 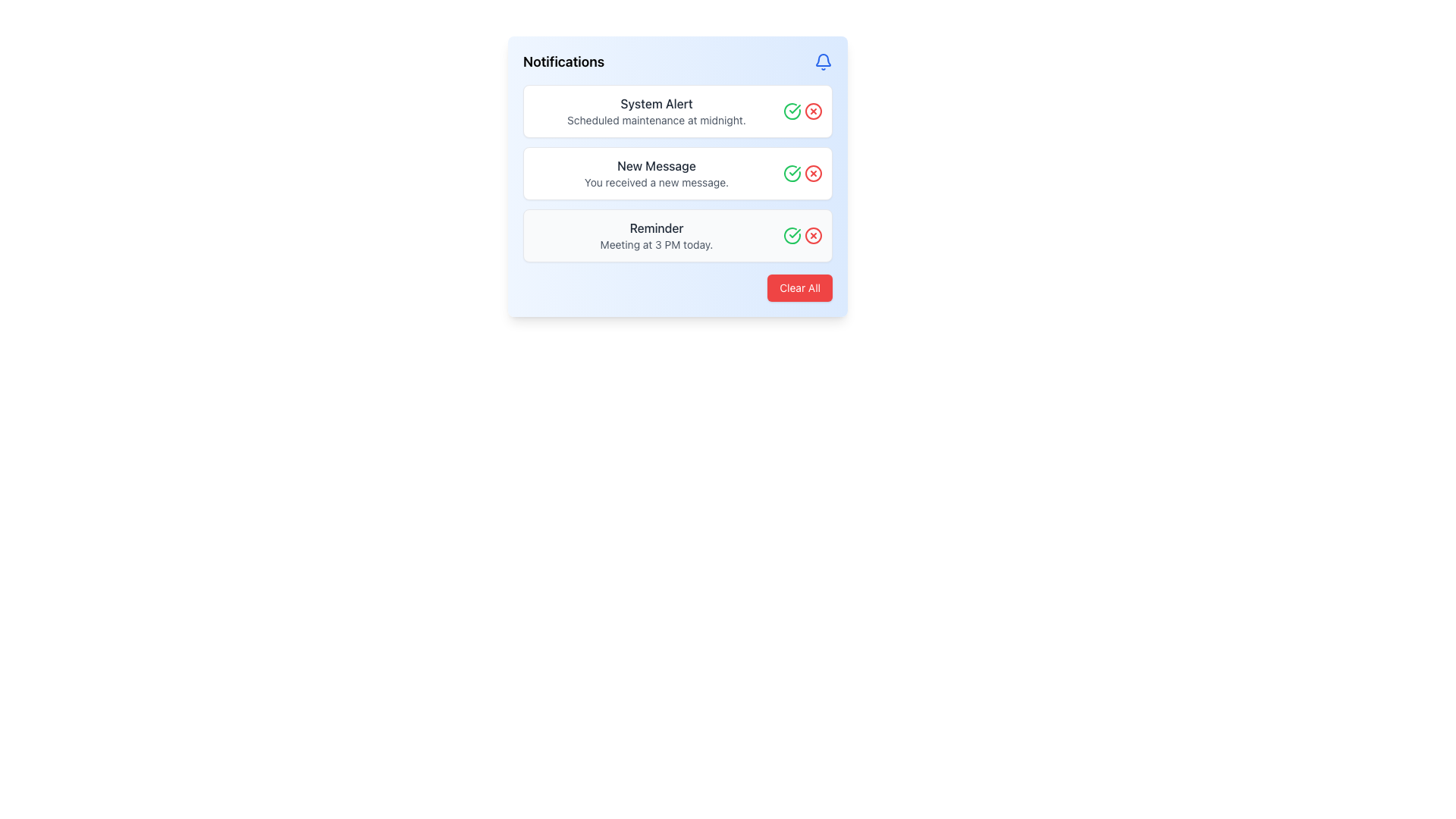 I want to click on the static text element reading 'New Message' that is styled in dark gray and located near the top center of the notification card, so click(x=656, y=166).